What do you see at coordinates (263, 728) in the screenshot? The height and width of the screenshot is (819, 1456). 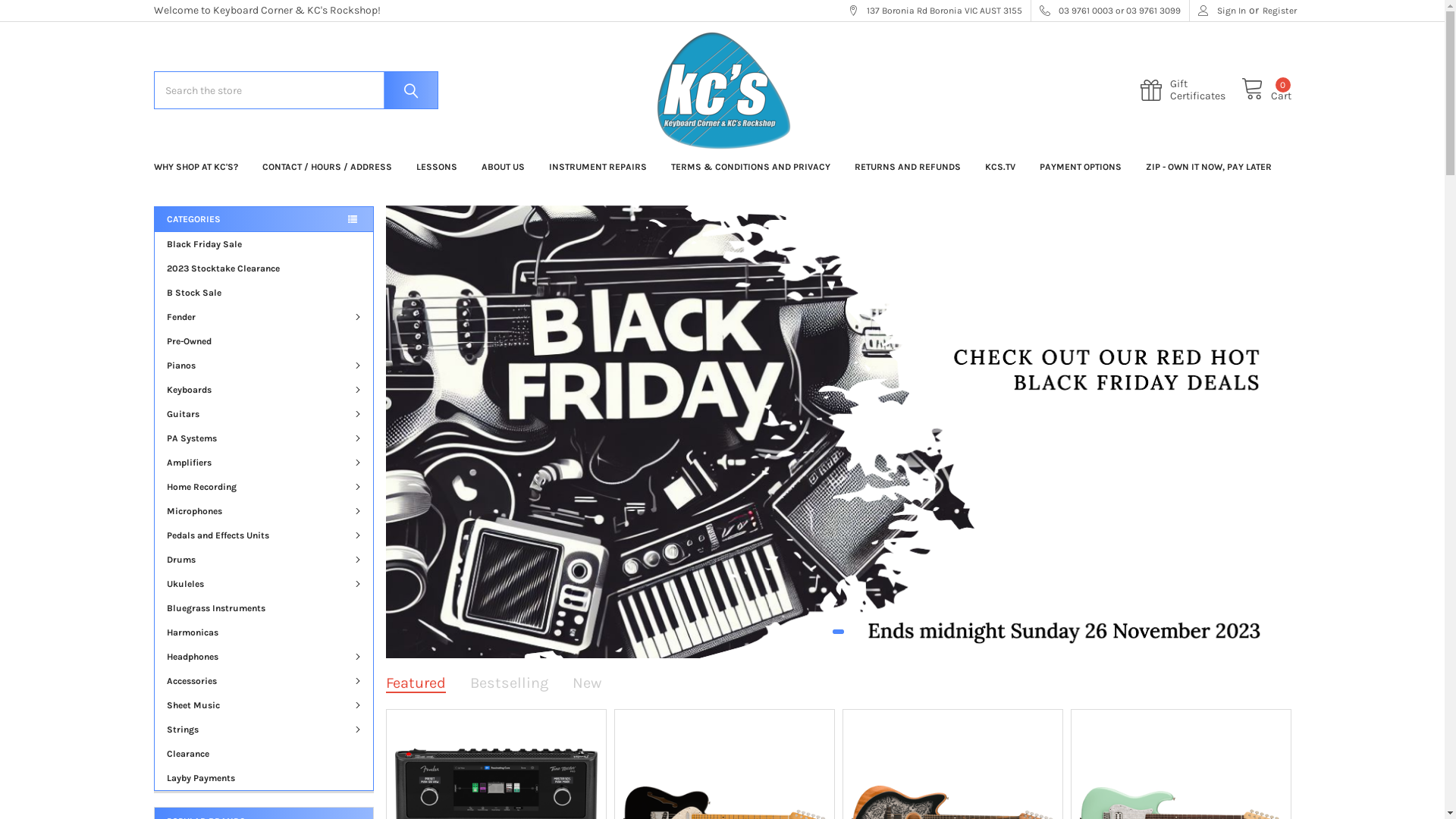 I see `'Strings'` at bounding box center [263, 728].